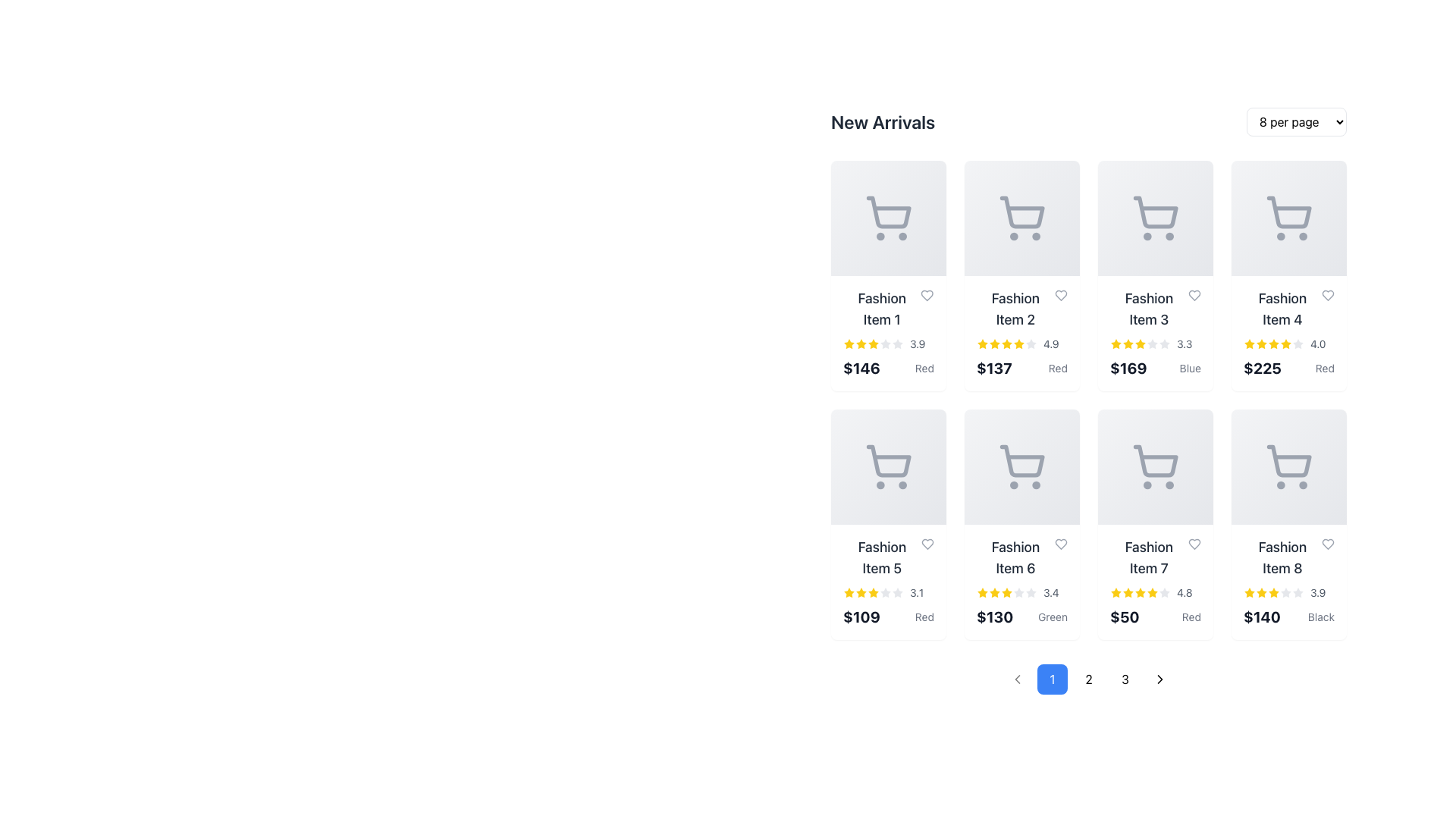 This screenshot has width=1456, height=819. Describe the element at coordinates (1018, 678) in the screenshot. I see `the first pagination button, which is disabled and located to the left of the blue-highlighted button labeled '1', to attempt navigation` at that location.